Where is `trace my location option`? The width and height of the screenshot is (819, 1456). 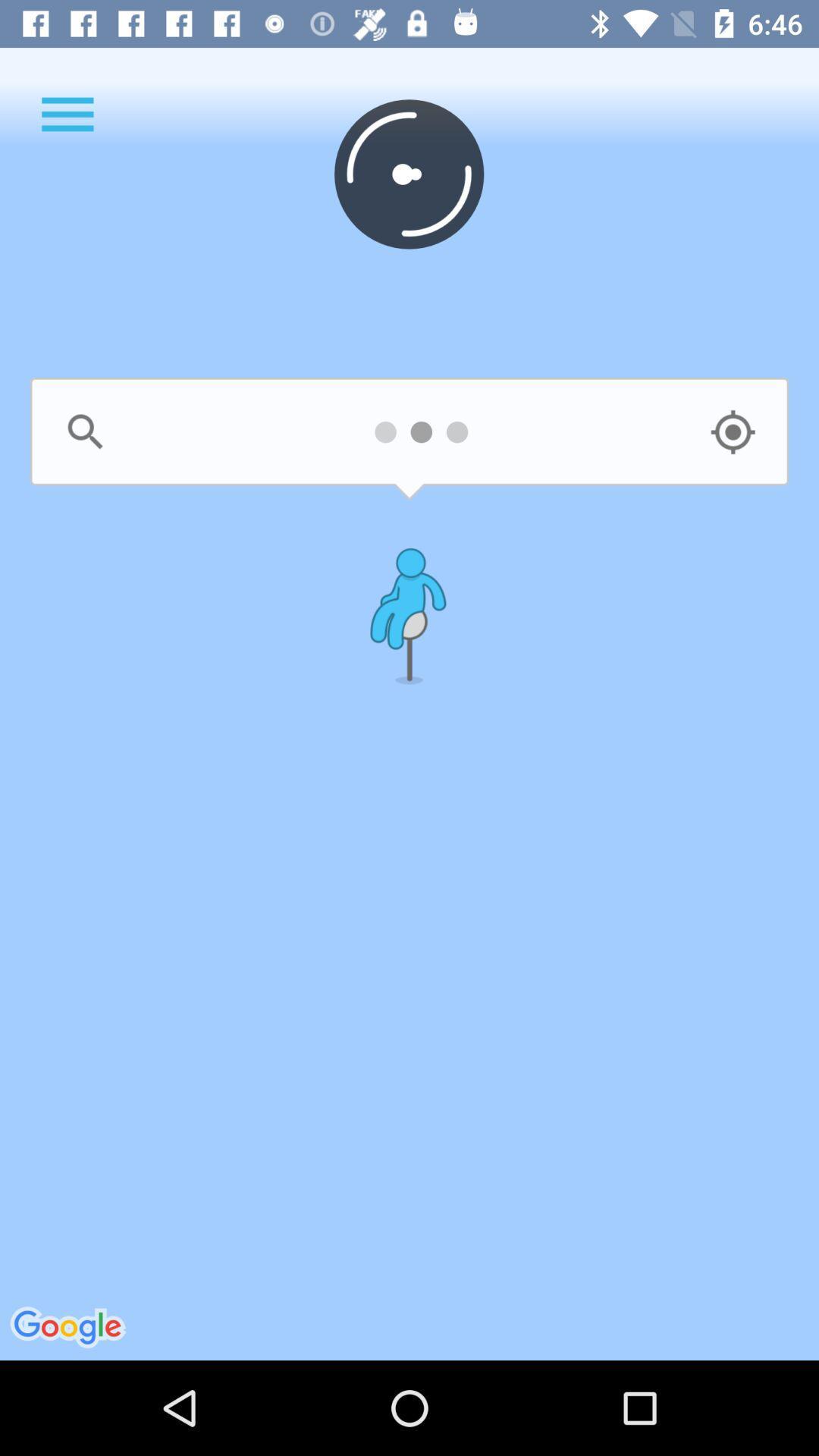 trace my location option is located at coordinates (732, 431).